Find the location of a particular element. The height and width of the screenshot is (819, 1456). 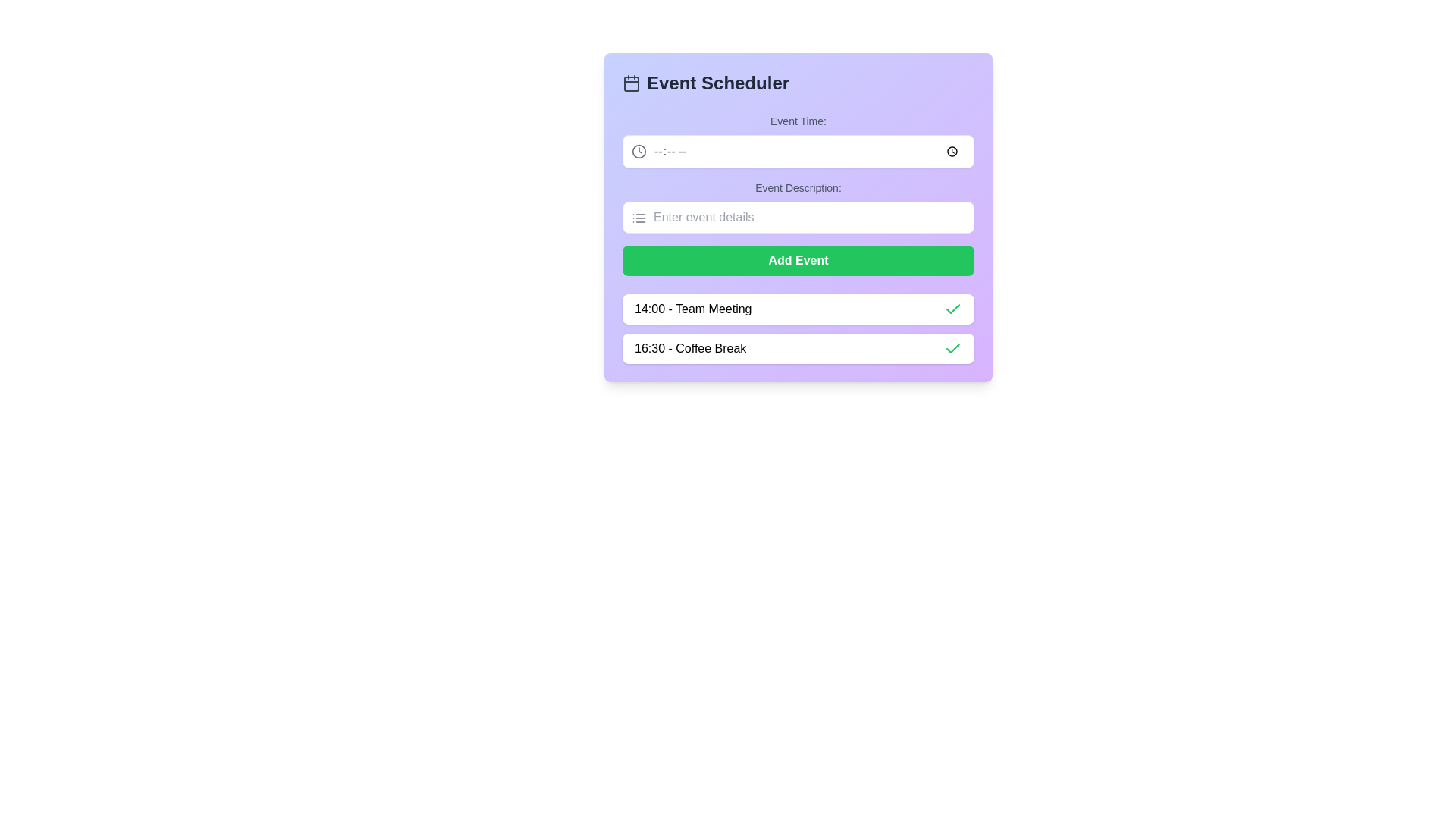

the green checkmark icon on the far right side of the '16:30 - Coffee Break' entry in the event list, which indicates a completed item is located at coordinates (952, 348).